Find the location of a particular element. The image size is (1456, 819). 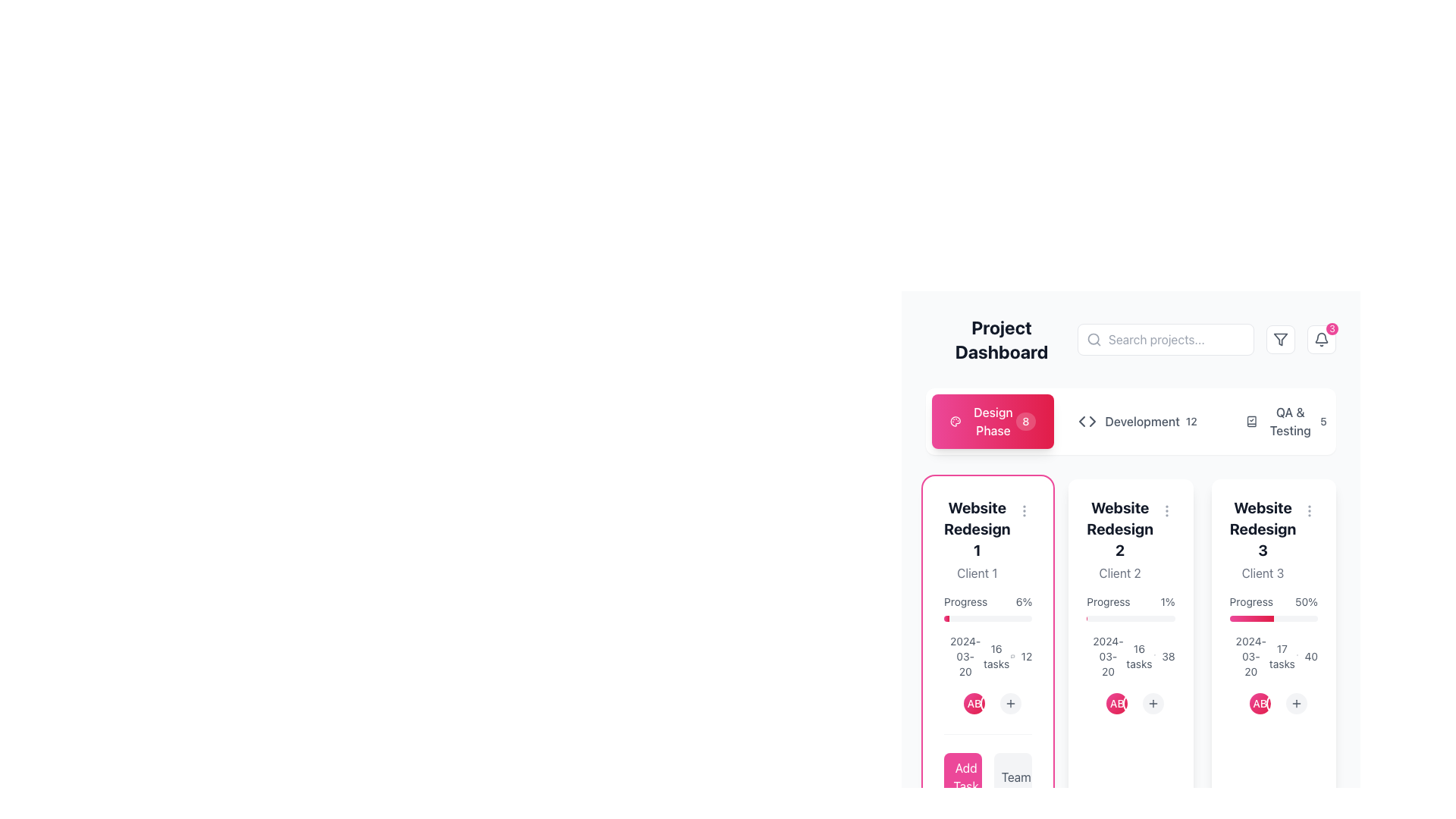

the static text label that displays the title or name associated with a project, located at the top left within a card-like section, above the 'Client 1' text element is located at coordinates (977, 529).